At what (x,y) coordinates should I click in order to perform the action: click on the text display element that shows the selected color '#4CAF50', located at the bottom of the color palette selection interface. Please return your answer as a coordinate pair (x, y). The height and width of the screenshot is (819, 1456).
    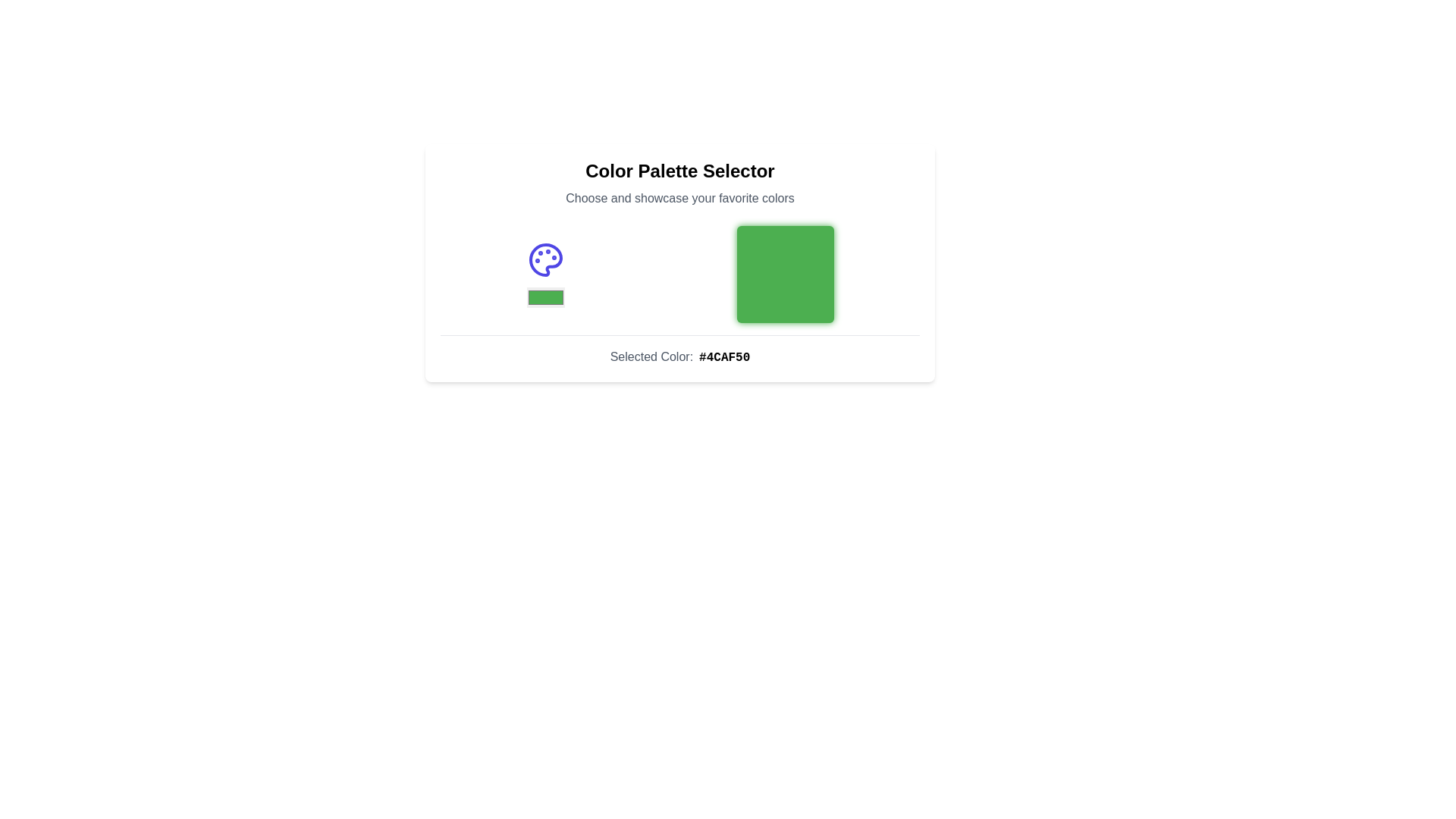
    Looking at the image, I should click on (679, 350).